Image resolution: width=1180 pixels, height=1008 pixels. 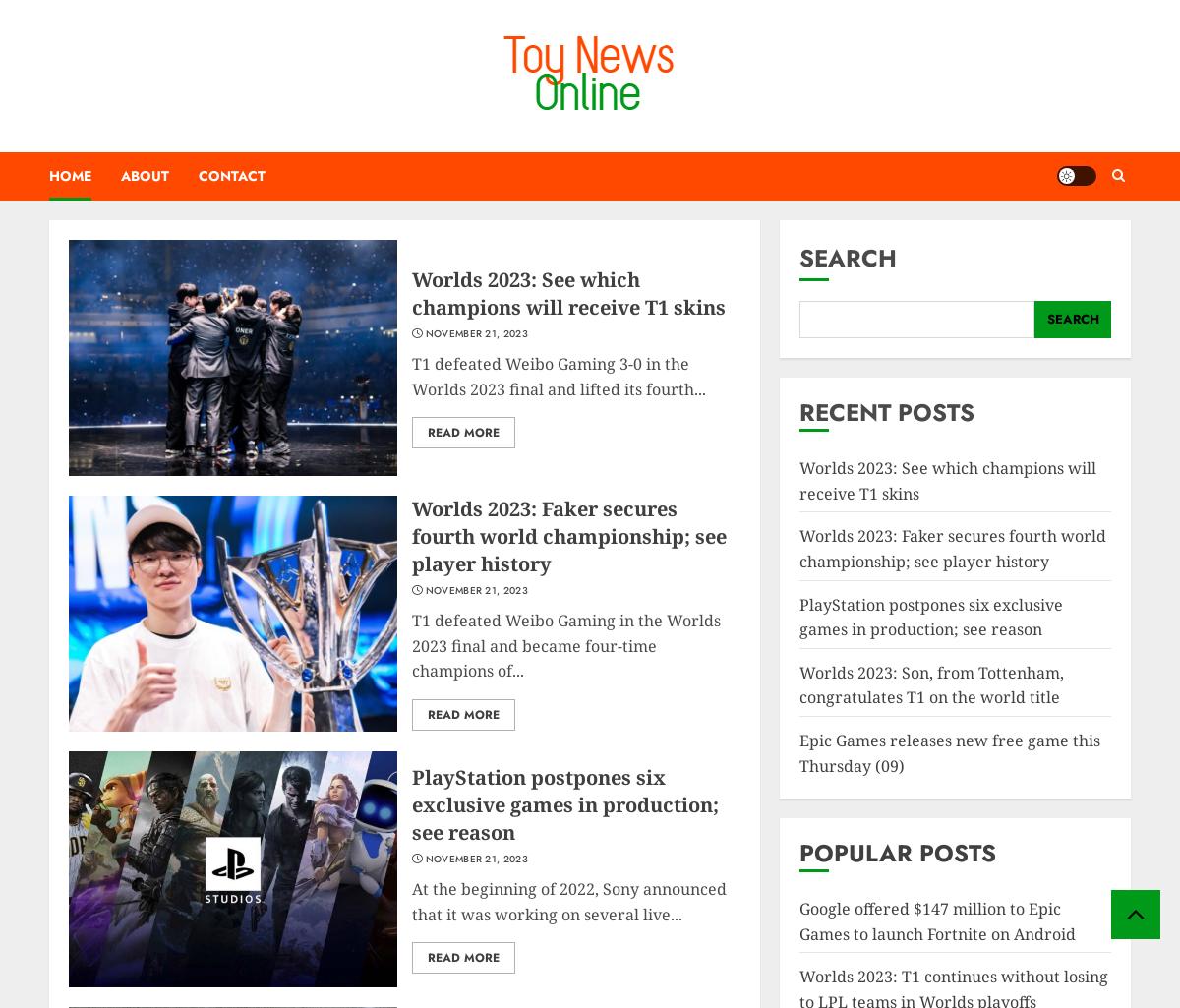 I want to click on 'T1 defeated Weibo Gaming 3-0 in the Worlds 2023 final and lifted its fourth...', so click(x=558, y=376).